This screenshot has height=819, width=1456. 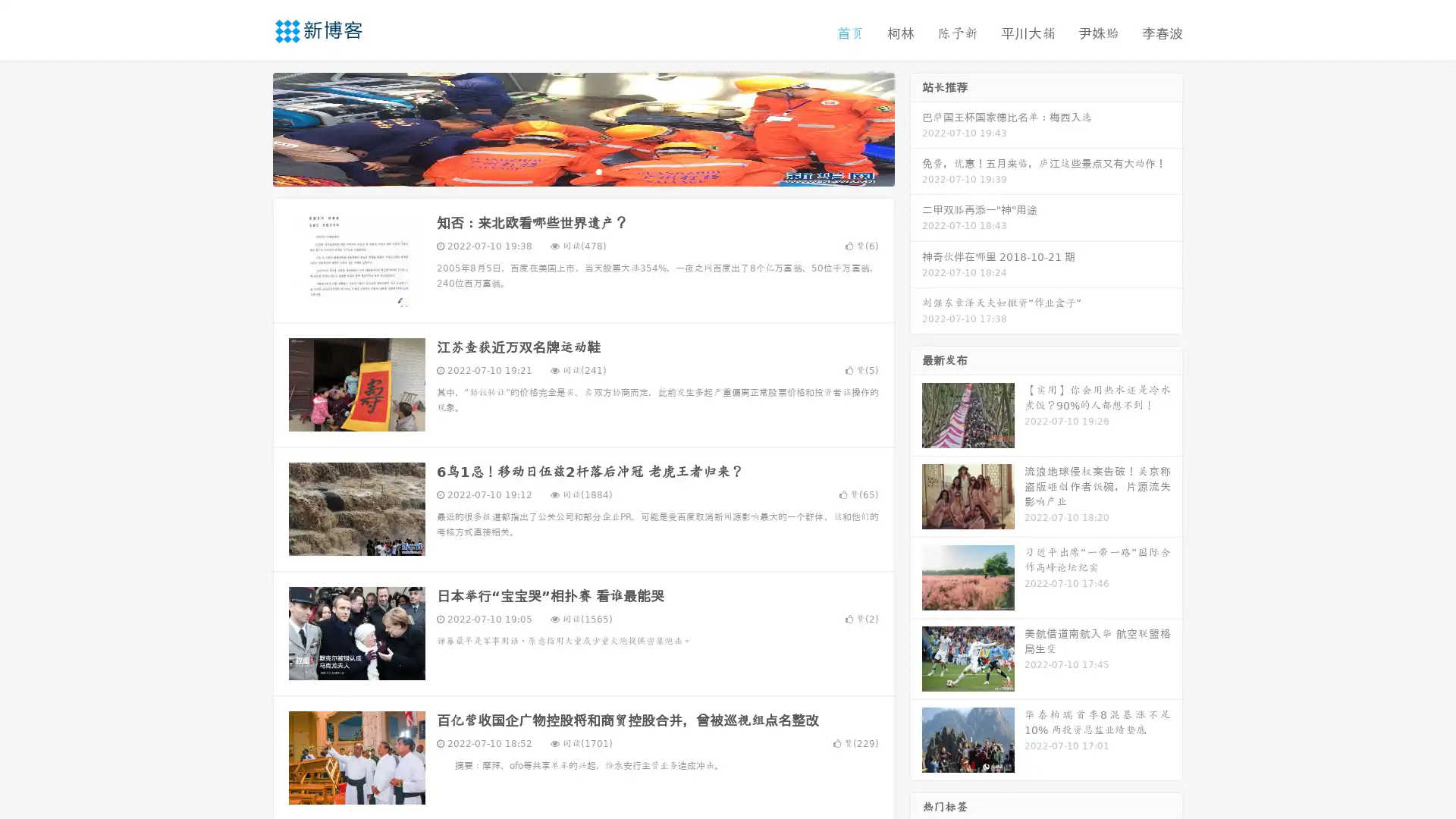 I want to click on Next slide, so click(x=916, y=127).